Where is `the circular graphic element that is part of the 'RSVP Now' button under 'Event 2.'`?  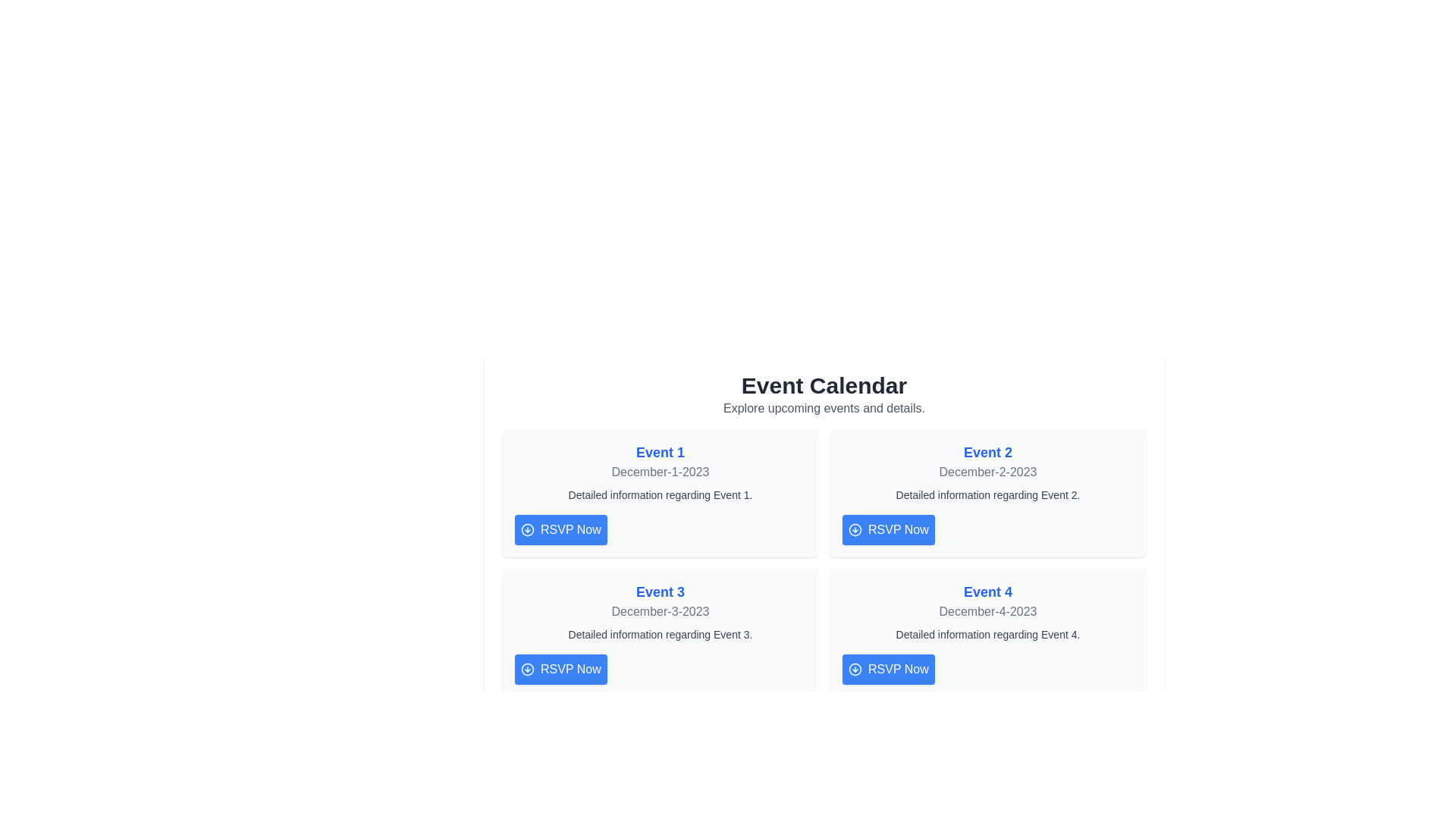
the circular graphic element that is part of the 'RSVP Now' button under 'Event 2.' is located at coordinates (855, 529).